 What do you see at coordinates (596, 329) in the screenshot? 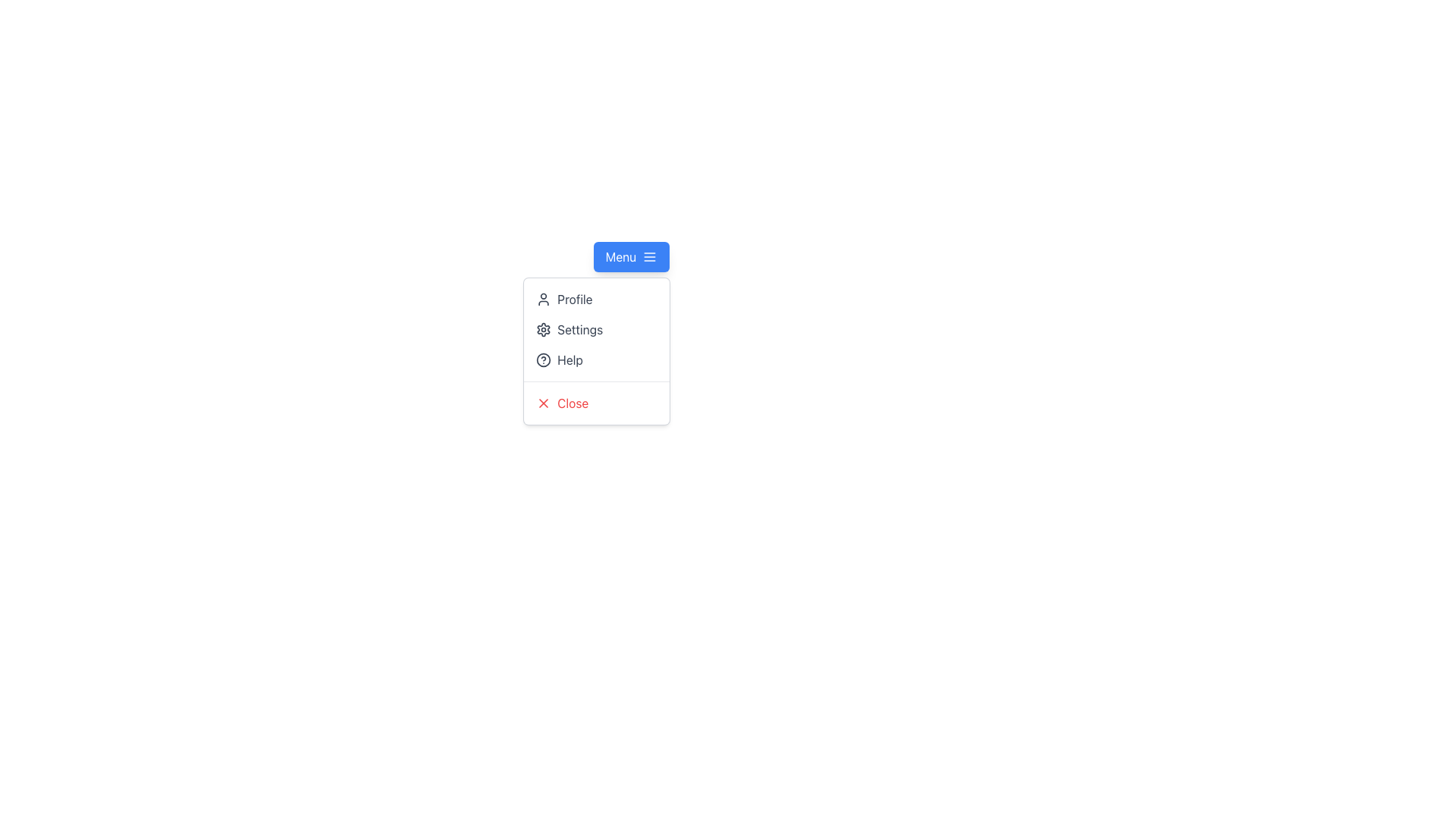
I see `the second option in the dropdown menu, located below 'Profile' and above 'Help'` at bounding box center [596, 329].